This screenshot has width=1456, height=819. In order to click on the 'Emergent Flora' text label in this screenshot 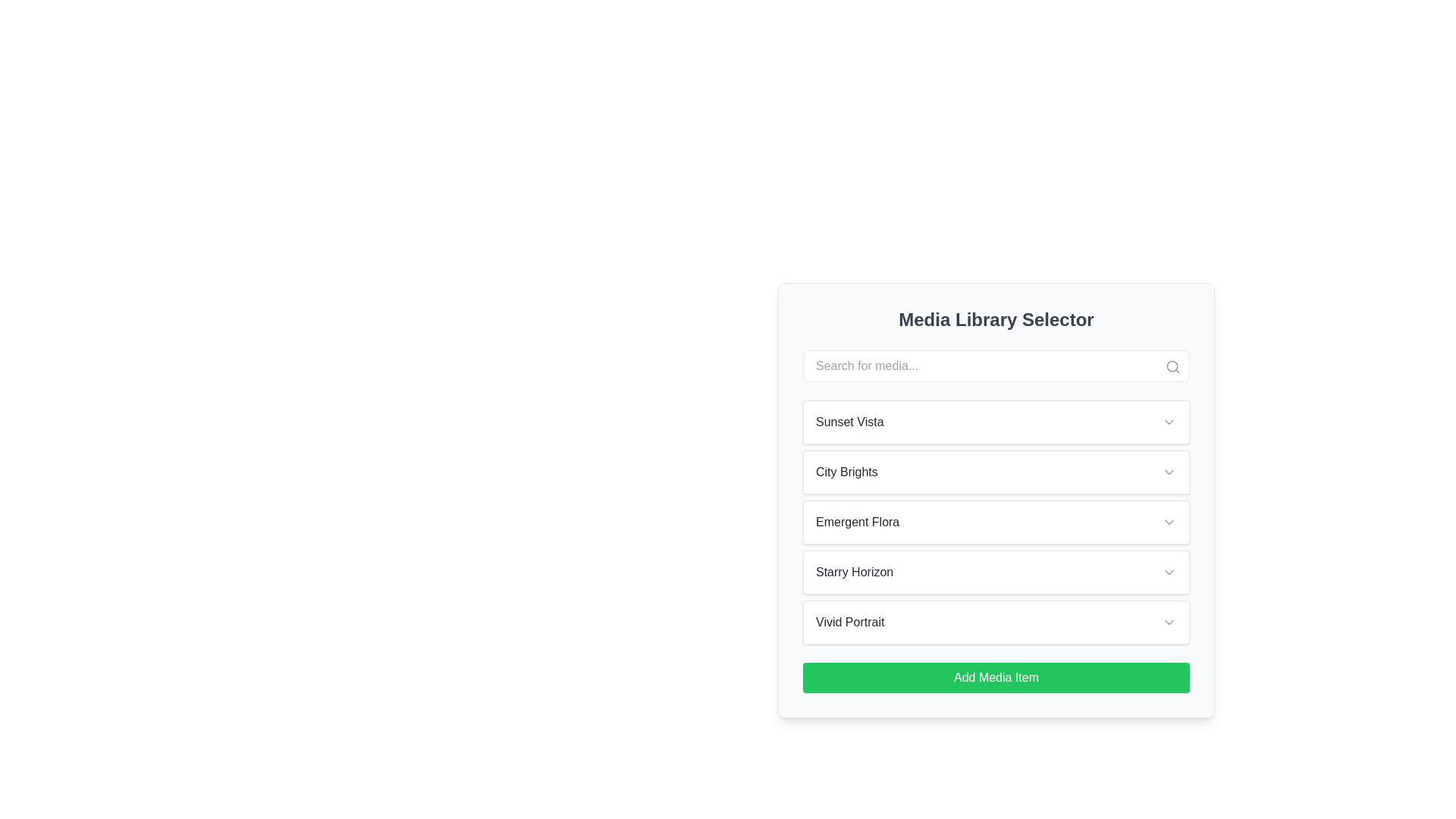, I will do `click(858, 522)`.